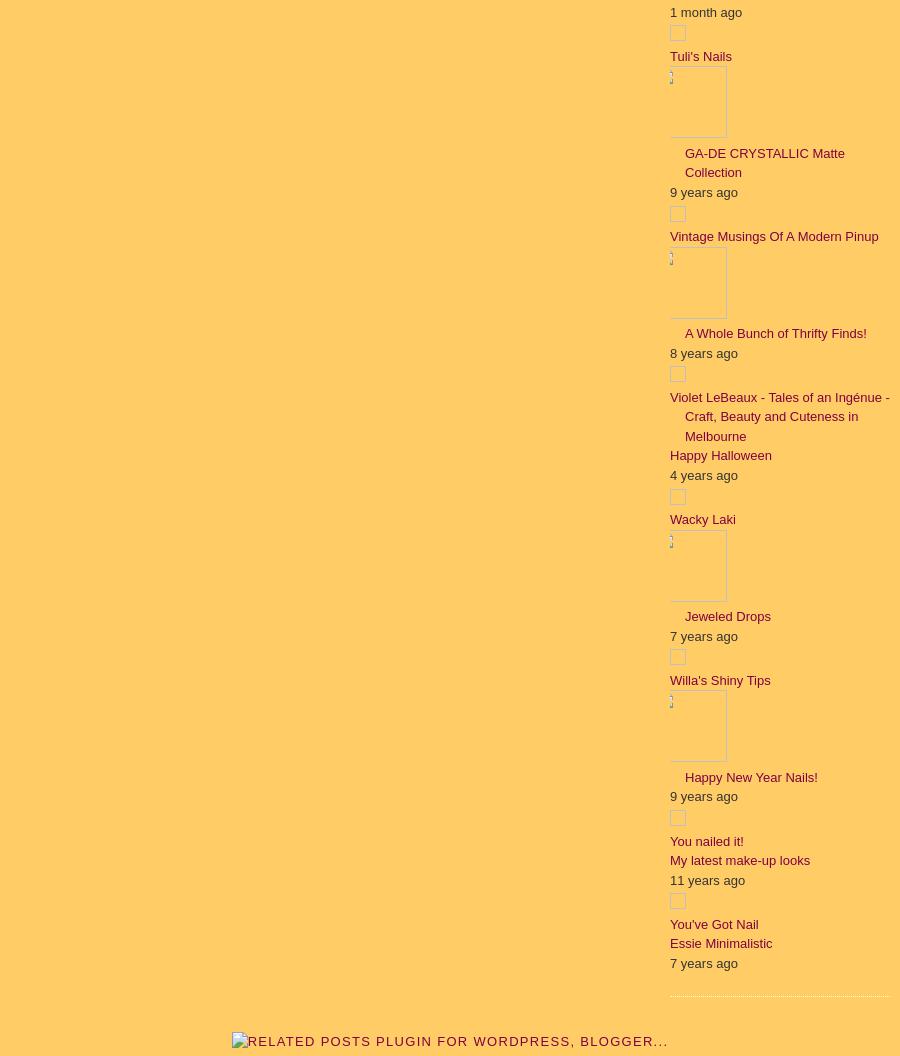 The image size is (900, 1056). What do you see at coordinates (669, 473) in the screenshot?
I see `'4 years ago'` at bounding box center [669, 473].